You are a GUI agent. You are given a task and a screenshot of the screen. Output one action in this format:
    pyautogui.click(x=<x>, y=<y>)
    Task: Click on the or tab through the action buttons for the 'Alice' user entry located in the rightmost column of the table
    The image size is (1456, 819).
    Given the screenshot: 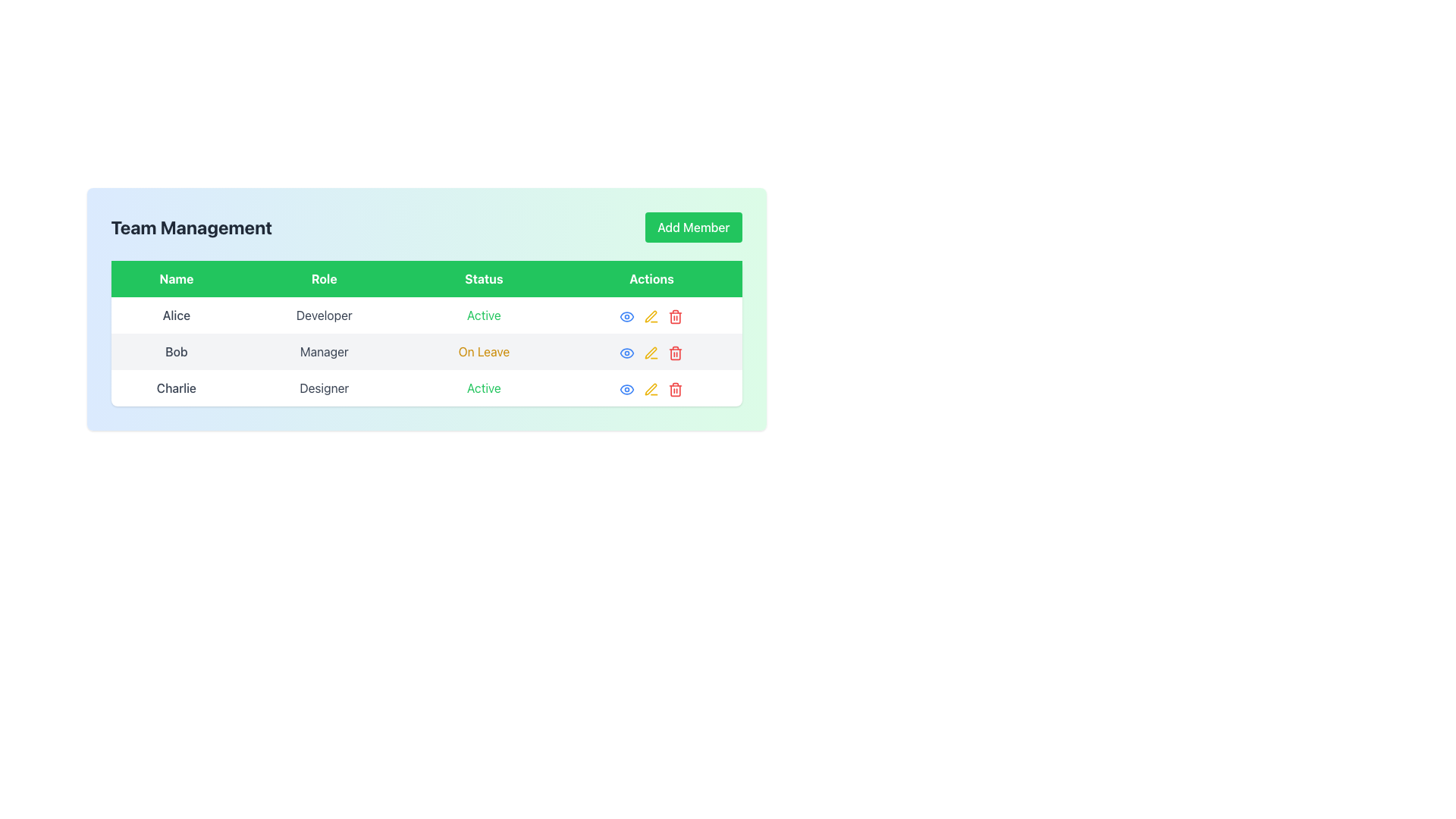 What is the action you would take?
    pyautogui.click(x=651, y=315)
    